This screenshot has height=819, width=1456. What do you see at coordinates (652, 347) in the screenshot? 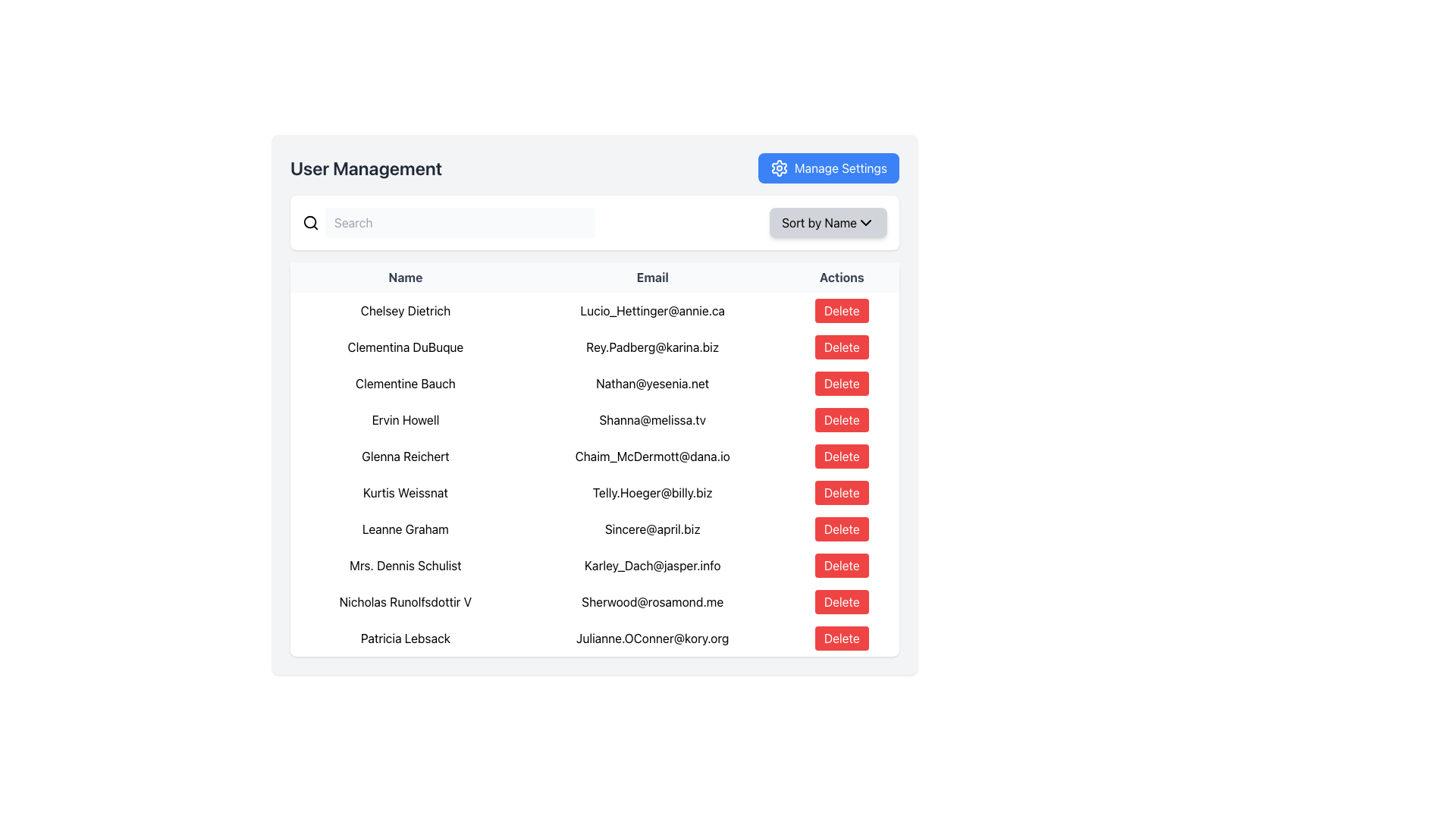
I see `the static text element displaying the email address 'Rey.Padberg@karina.biz' in the user management table` at bounding box center [652, 347].